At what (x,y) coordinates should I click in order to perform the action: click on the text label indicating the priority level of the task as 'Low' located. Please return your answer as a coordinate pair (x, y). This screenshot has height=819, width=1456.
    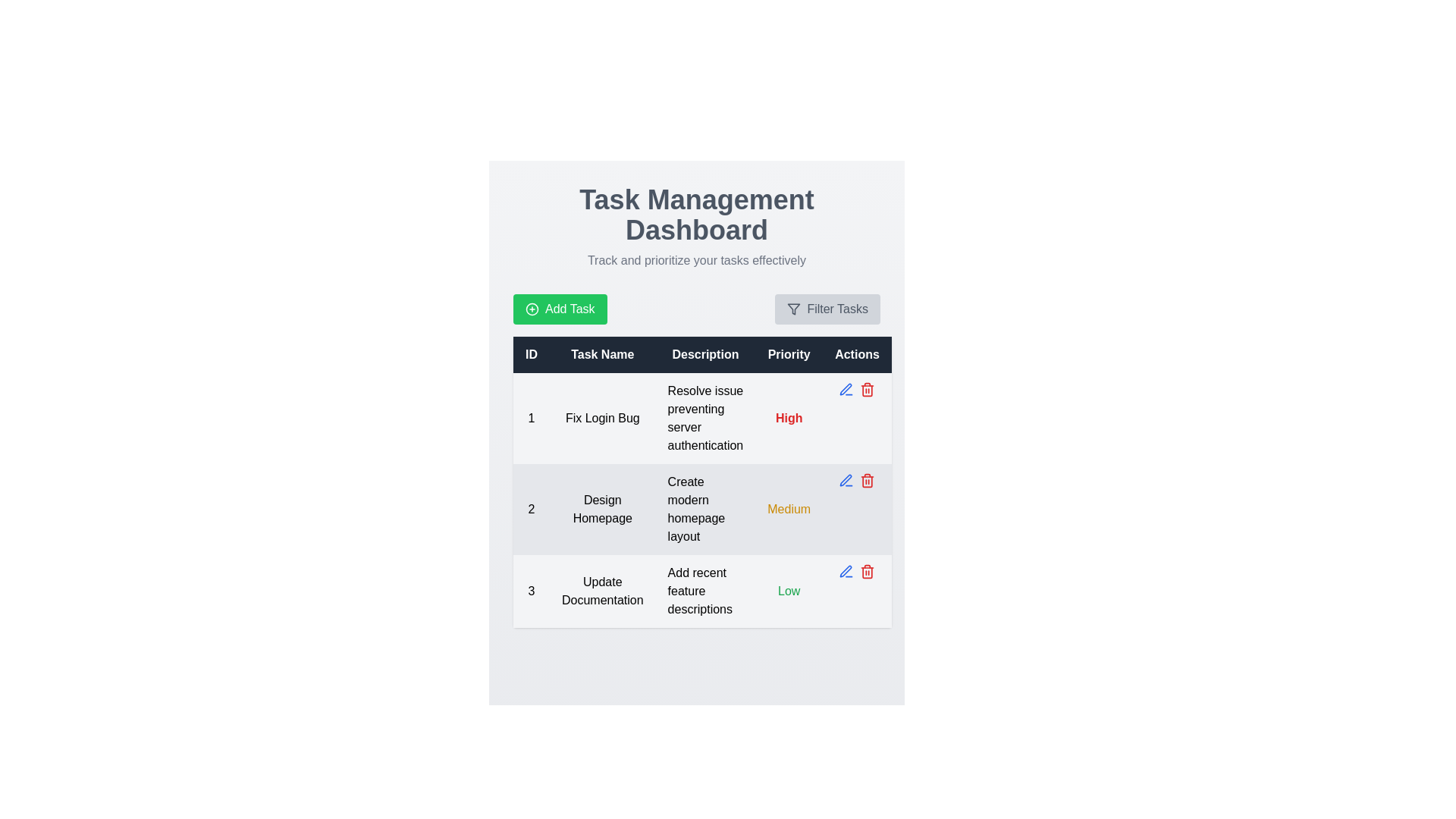
    Looking at the image, I should click on (789, 590).